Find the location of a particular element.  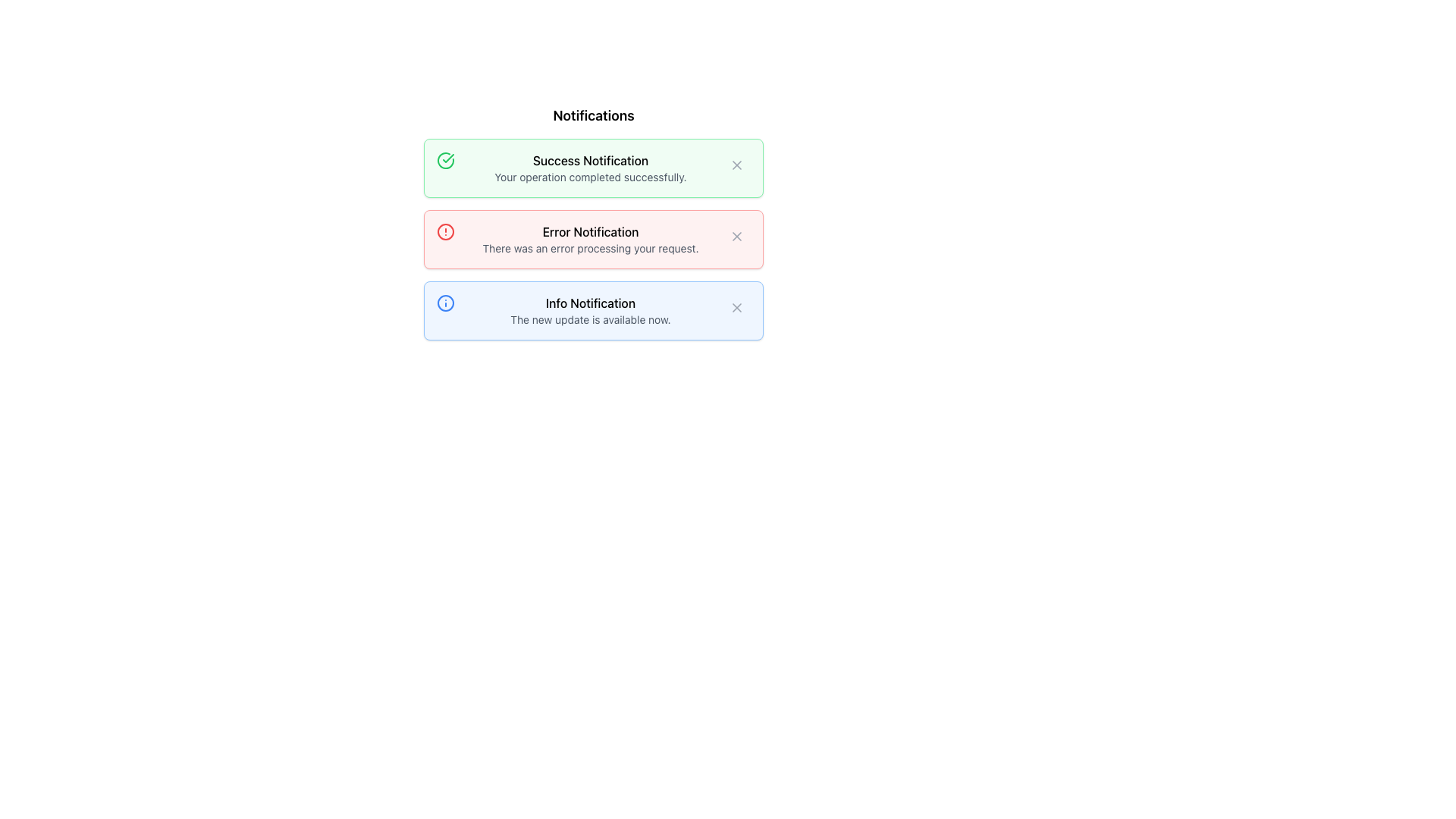

the informational message located in the 'Success Notification' section, positioned below the title 'Success Notification' within the green-colored box is located at coordinates (589, 177).